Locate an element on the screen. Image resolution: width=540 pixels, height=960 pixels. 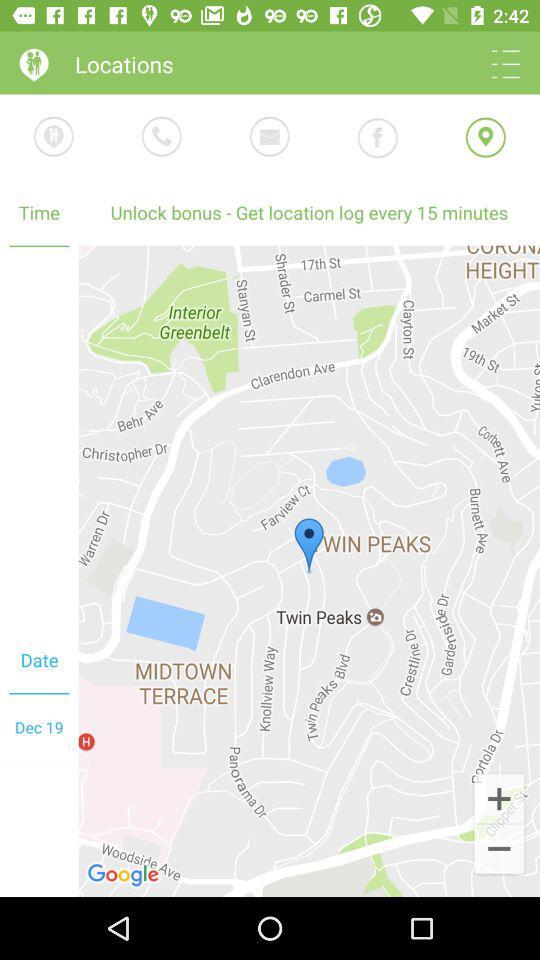
the location icon right to facebook icon is located at coordinates (485, 137).